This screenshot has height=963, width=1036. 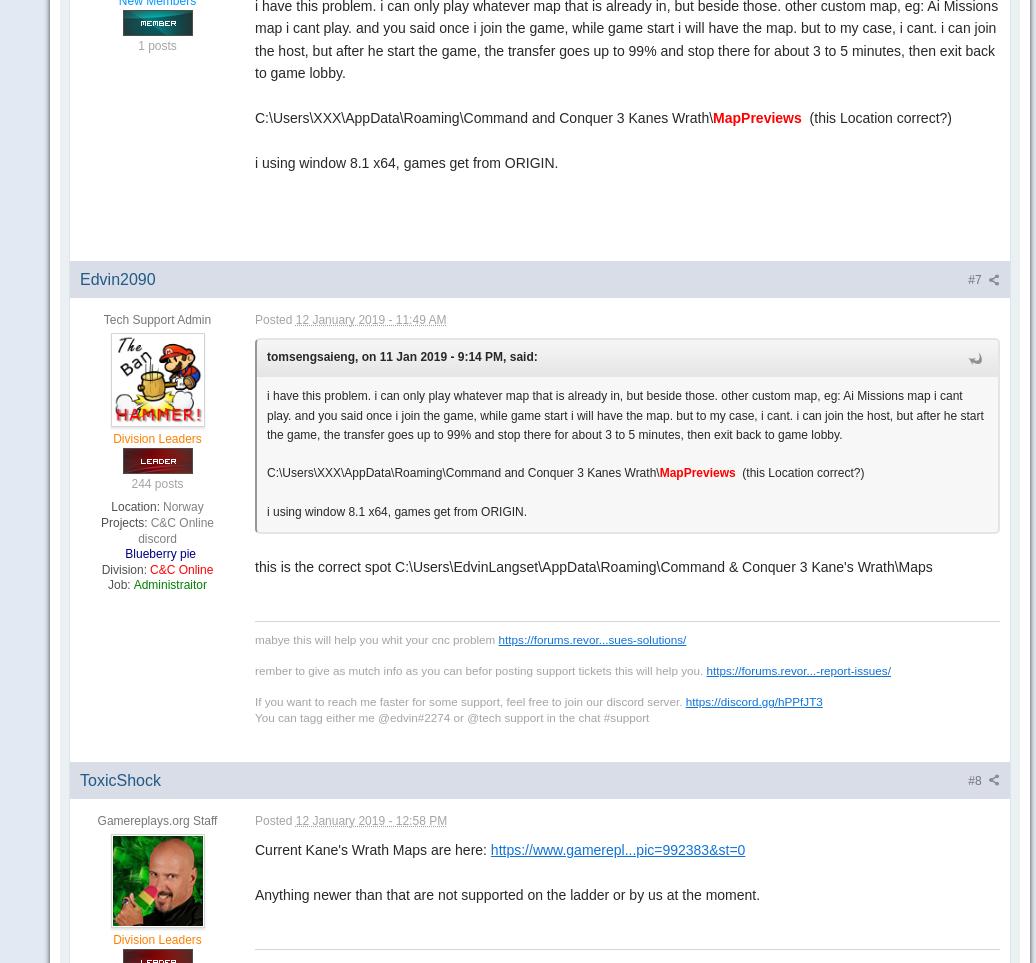 I want to click on 'If you want to reach me faster for some support, feel free to join our discord server.', so click(x=254, y=700).